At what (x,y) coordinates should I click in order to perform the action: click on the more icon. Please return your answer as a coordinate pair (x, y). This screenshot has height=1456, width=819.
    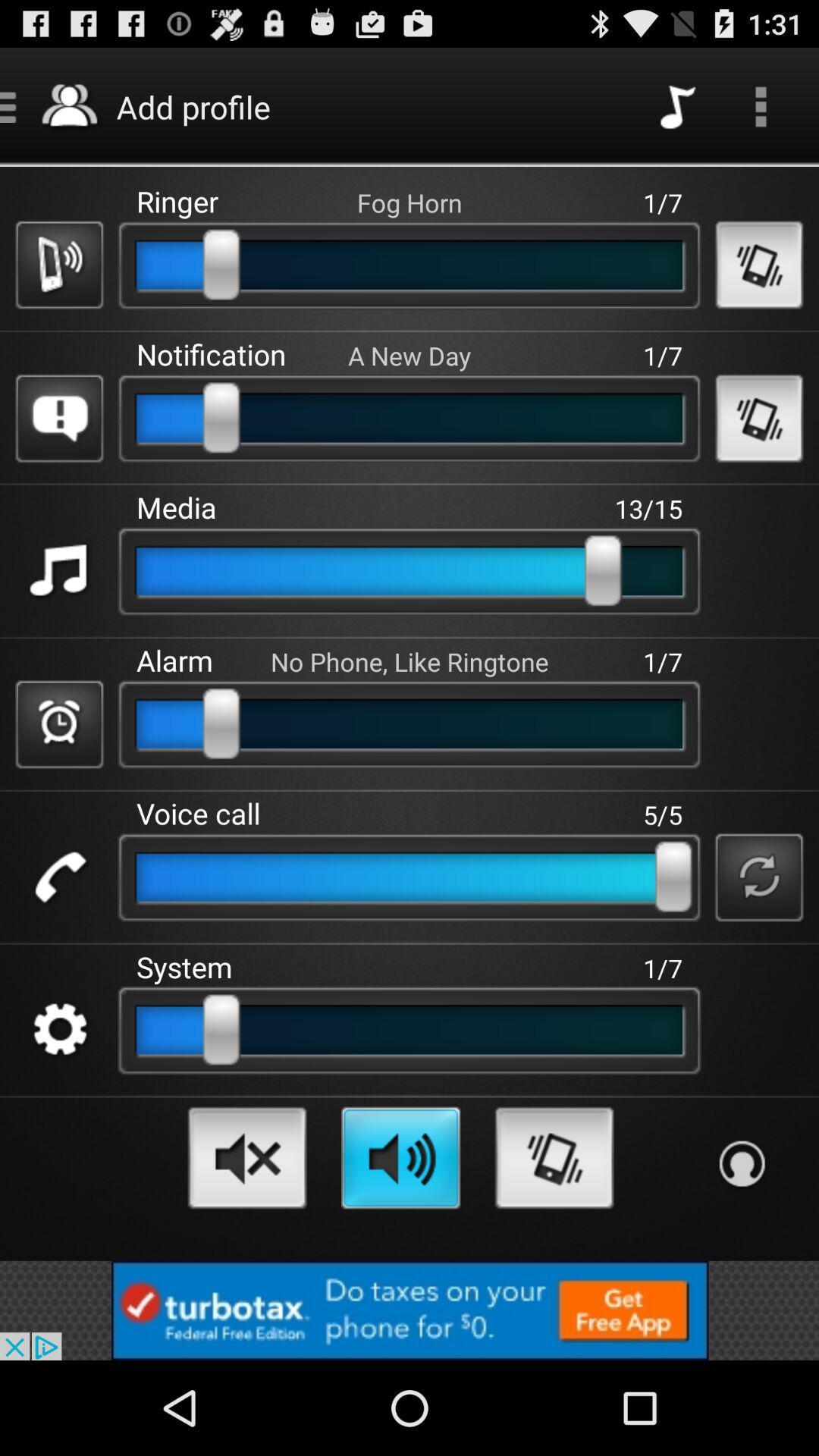
    Looking at the image, I should click on (761, 113).